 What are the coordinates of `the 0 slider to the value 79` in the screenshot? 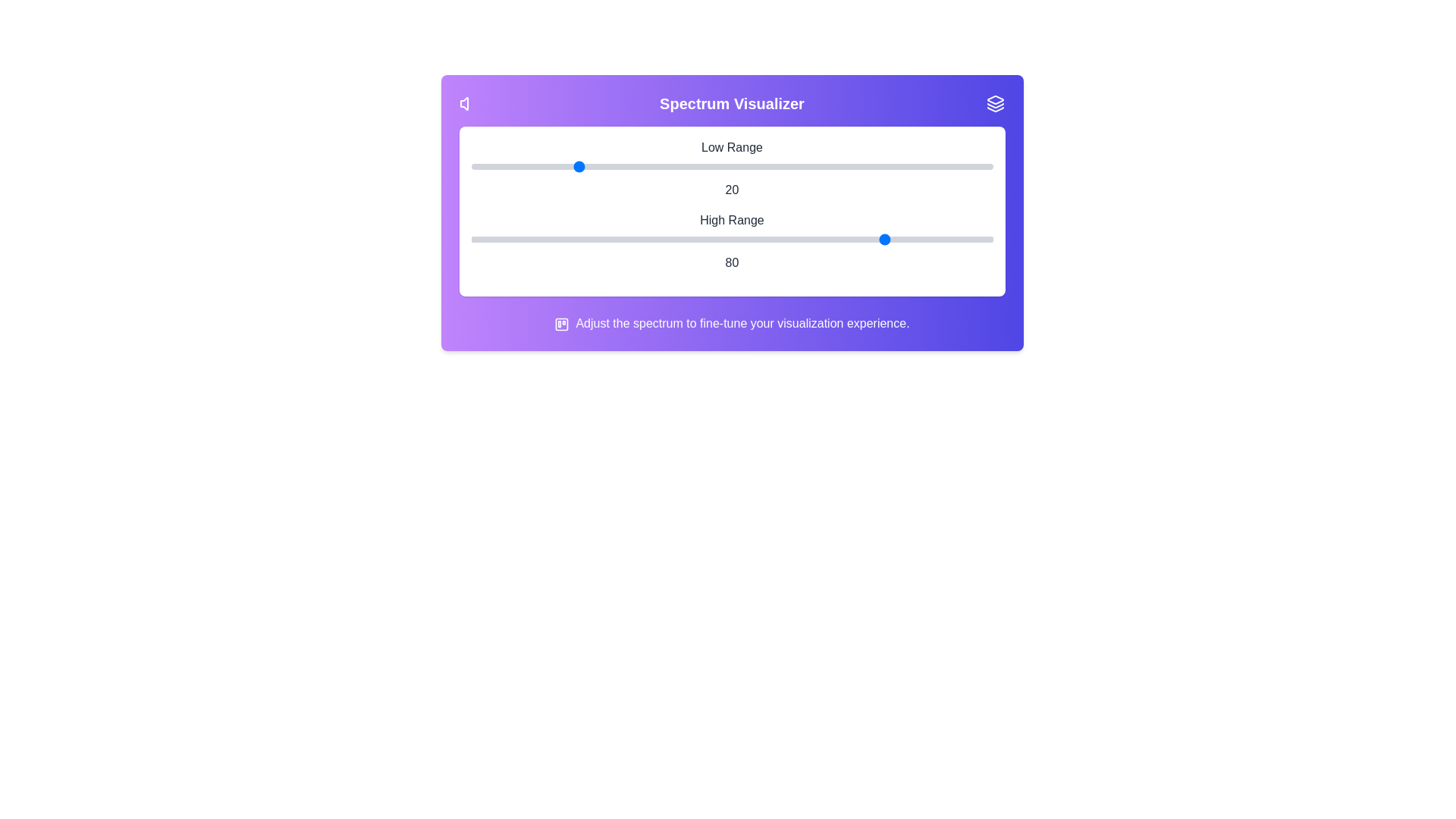 It's located at (883, 166).